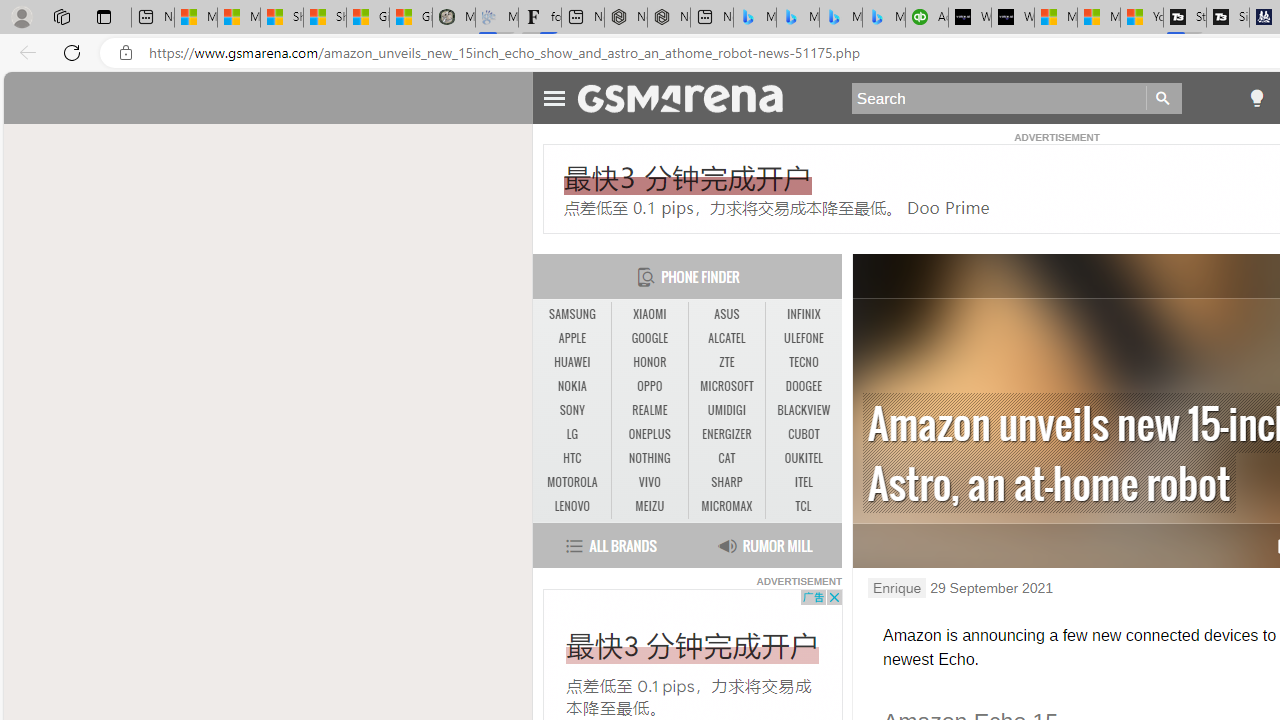  I want to click on 'SONY', so click(571, 409).